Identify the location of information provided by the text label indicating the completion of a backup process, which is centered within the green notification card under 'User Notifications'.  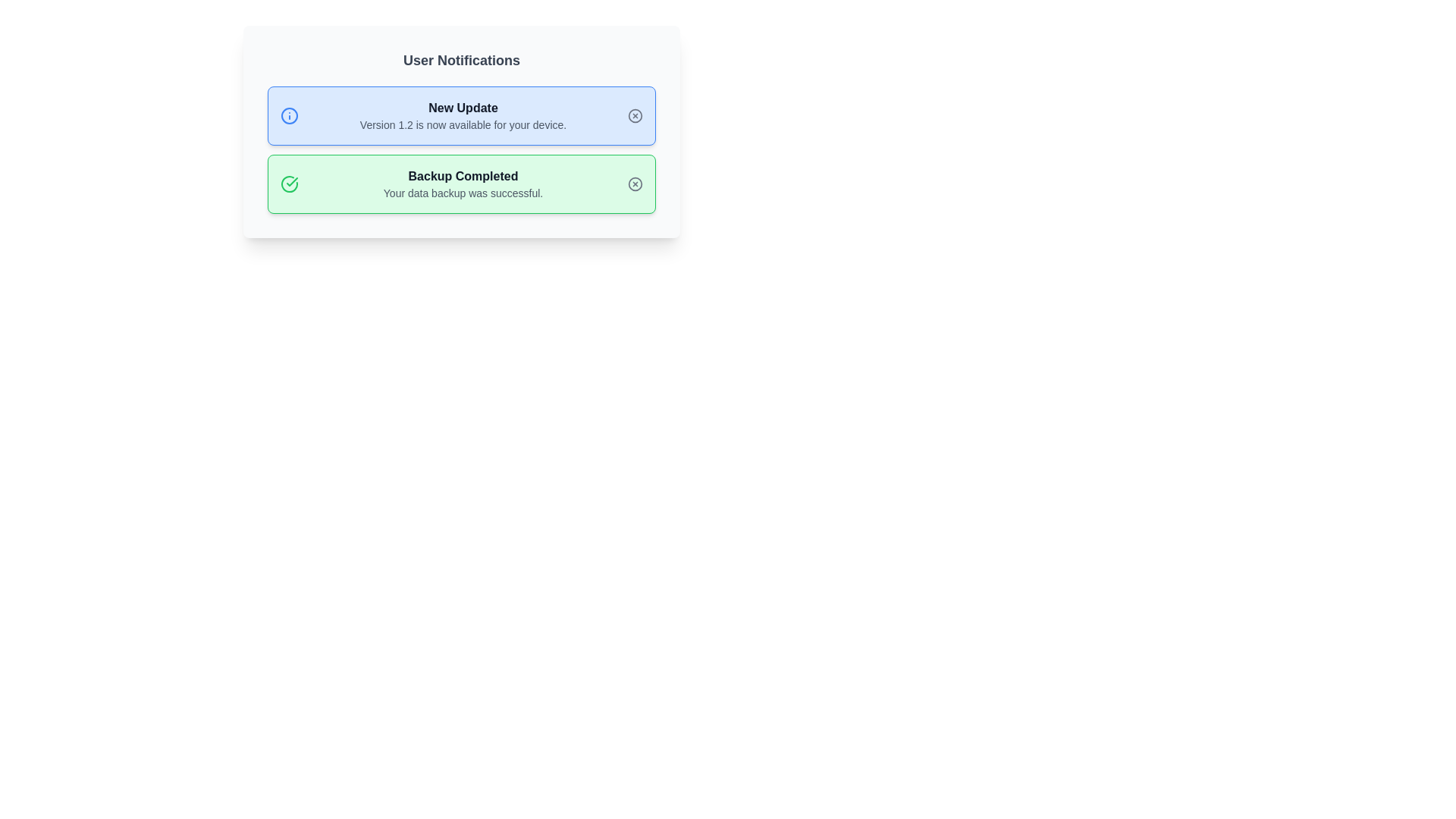
(462, 175).